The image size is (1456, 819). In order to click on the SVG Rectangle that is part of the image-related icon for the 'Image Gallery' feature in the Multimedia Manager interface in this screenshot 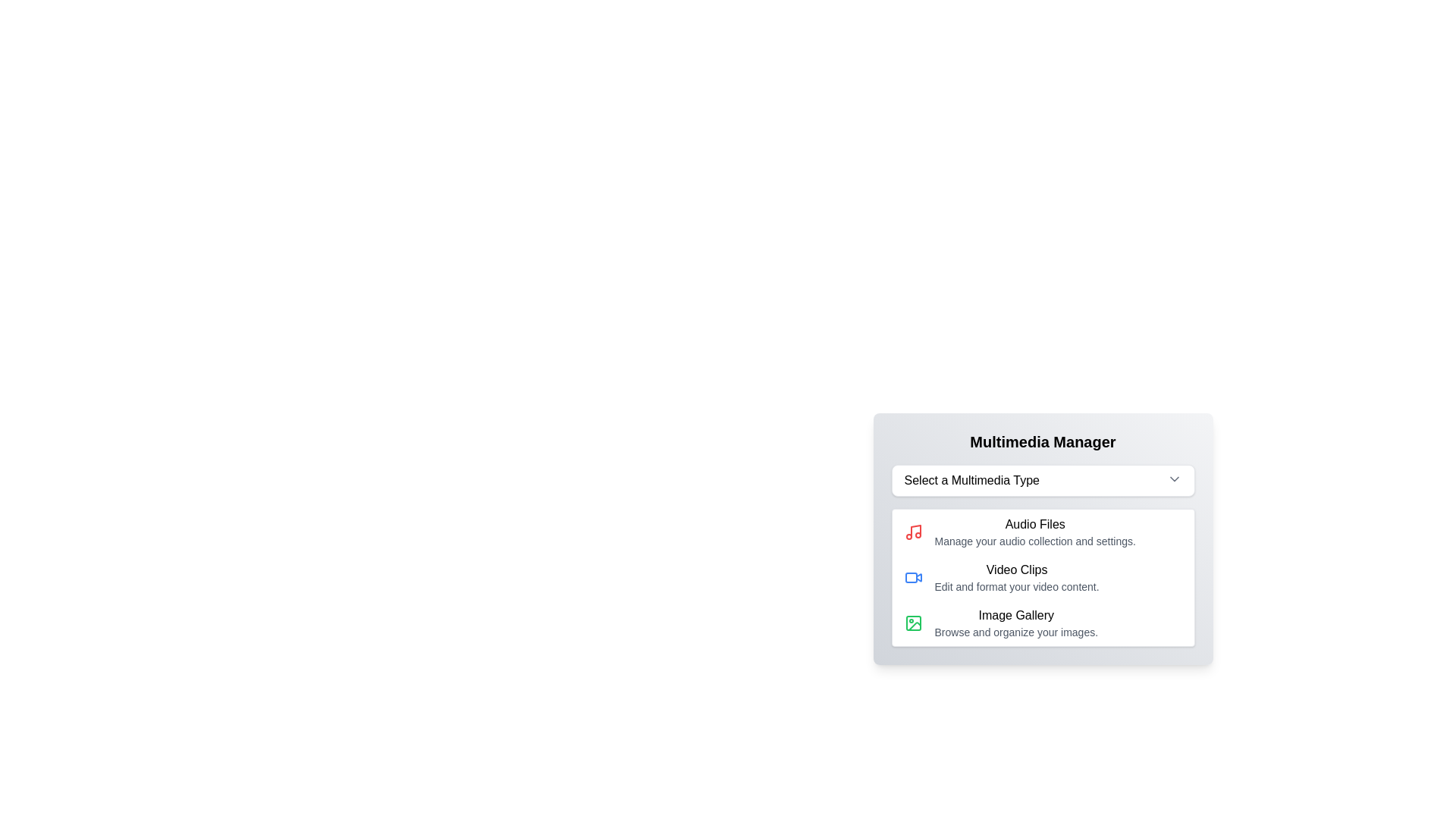, I will do `click(912, 623)`.